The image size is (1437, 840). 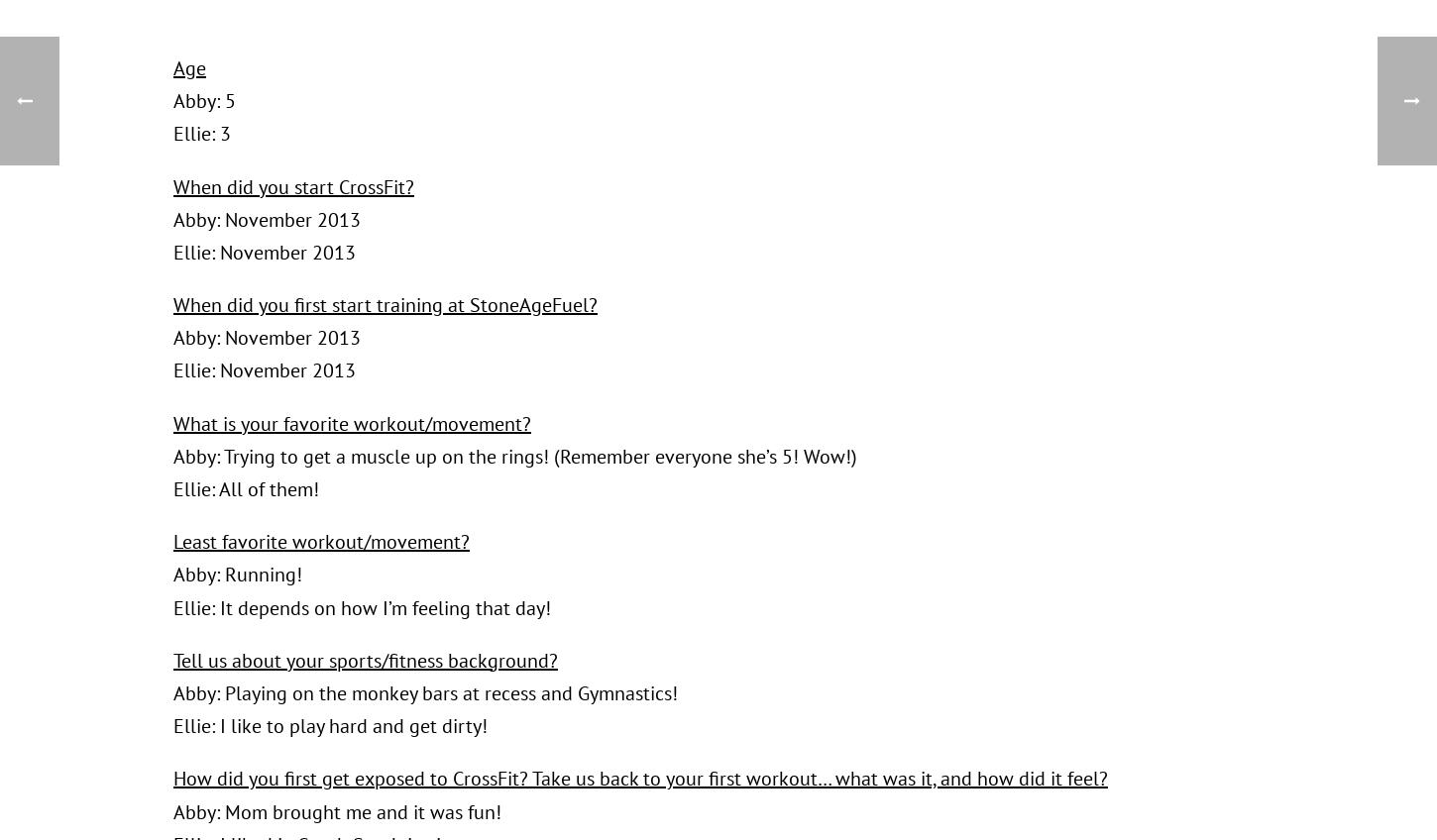 I want to click on 'Ellie: It depends on how I’m feeling that day!', so click(x=172, y=607).